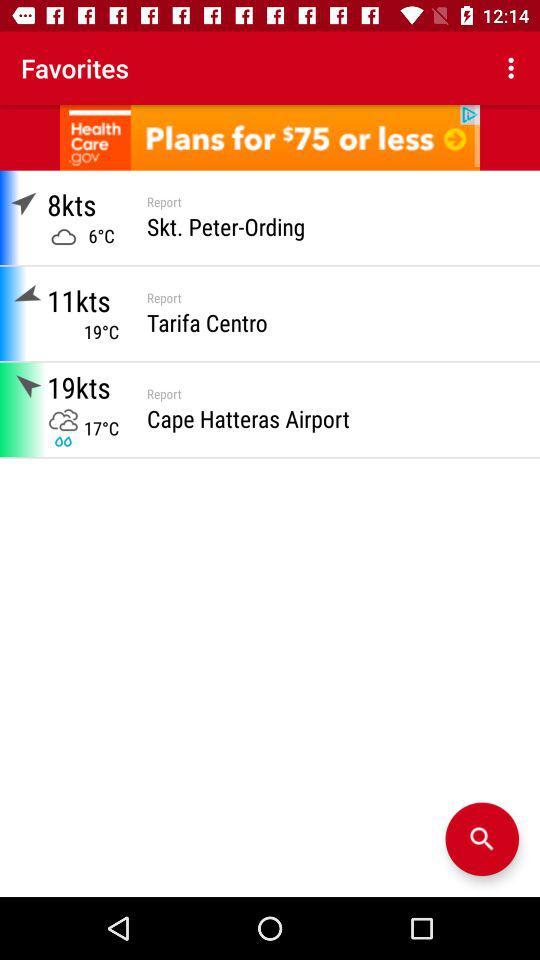 Image resolution: width=540 pixels, height=960 pixels. I want to click on cloud icon below 19kts, so click(63, 419).